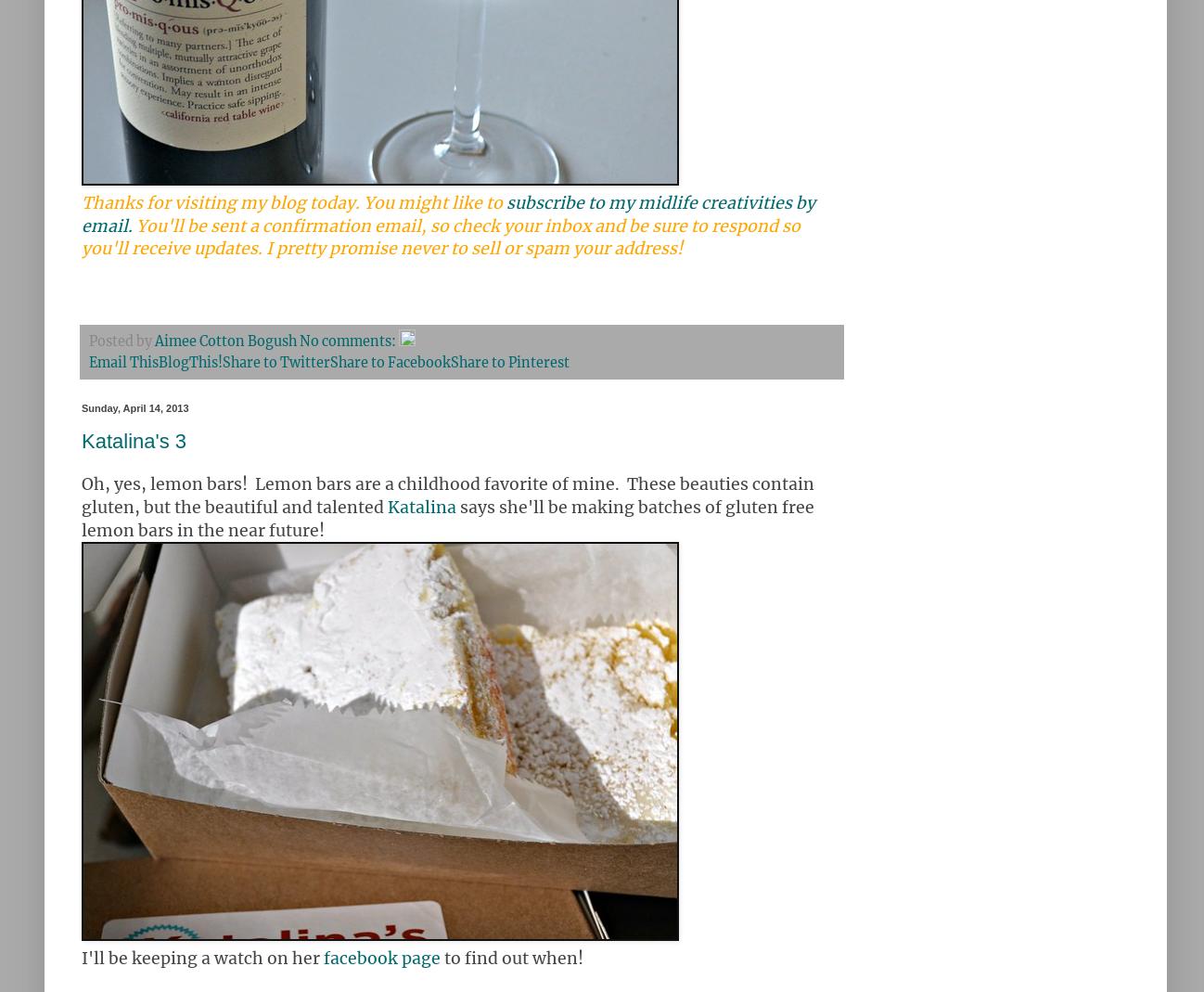 The image size is (1204, 992). I want to click on 'No comments:', so click(349, 341).